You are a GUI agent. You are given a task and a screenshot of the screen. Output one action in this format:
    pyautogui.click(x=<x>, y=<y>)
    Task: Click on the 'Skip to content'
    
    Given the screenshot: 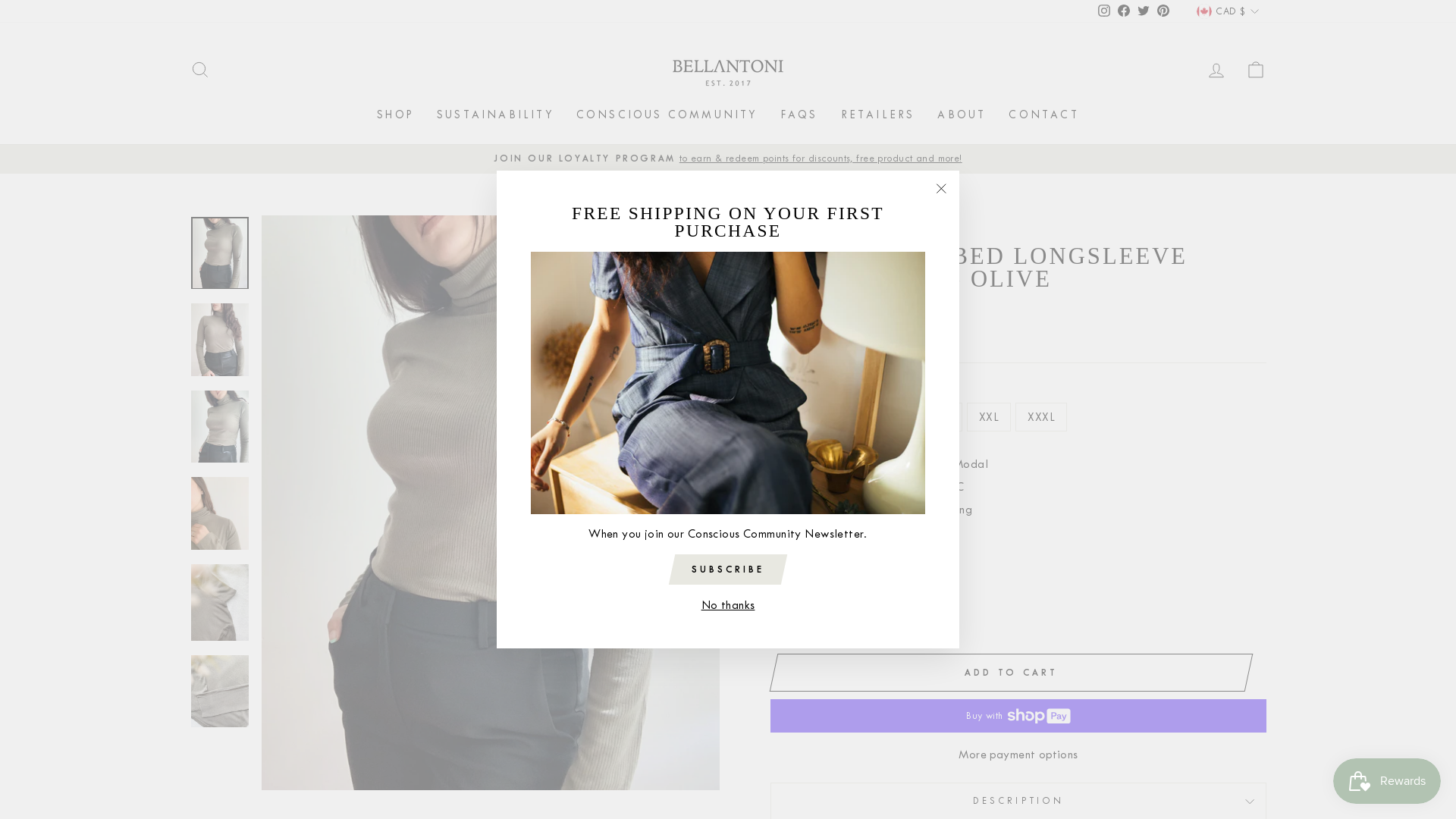 What is the action you would take?
    pyautogui.click(x=0, y=0)
    